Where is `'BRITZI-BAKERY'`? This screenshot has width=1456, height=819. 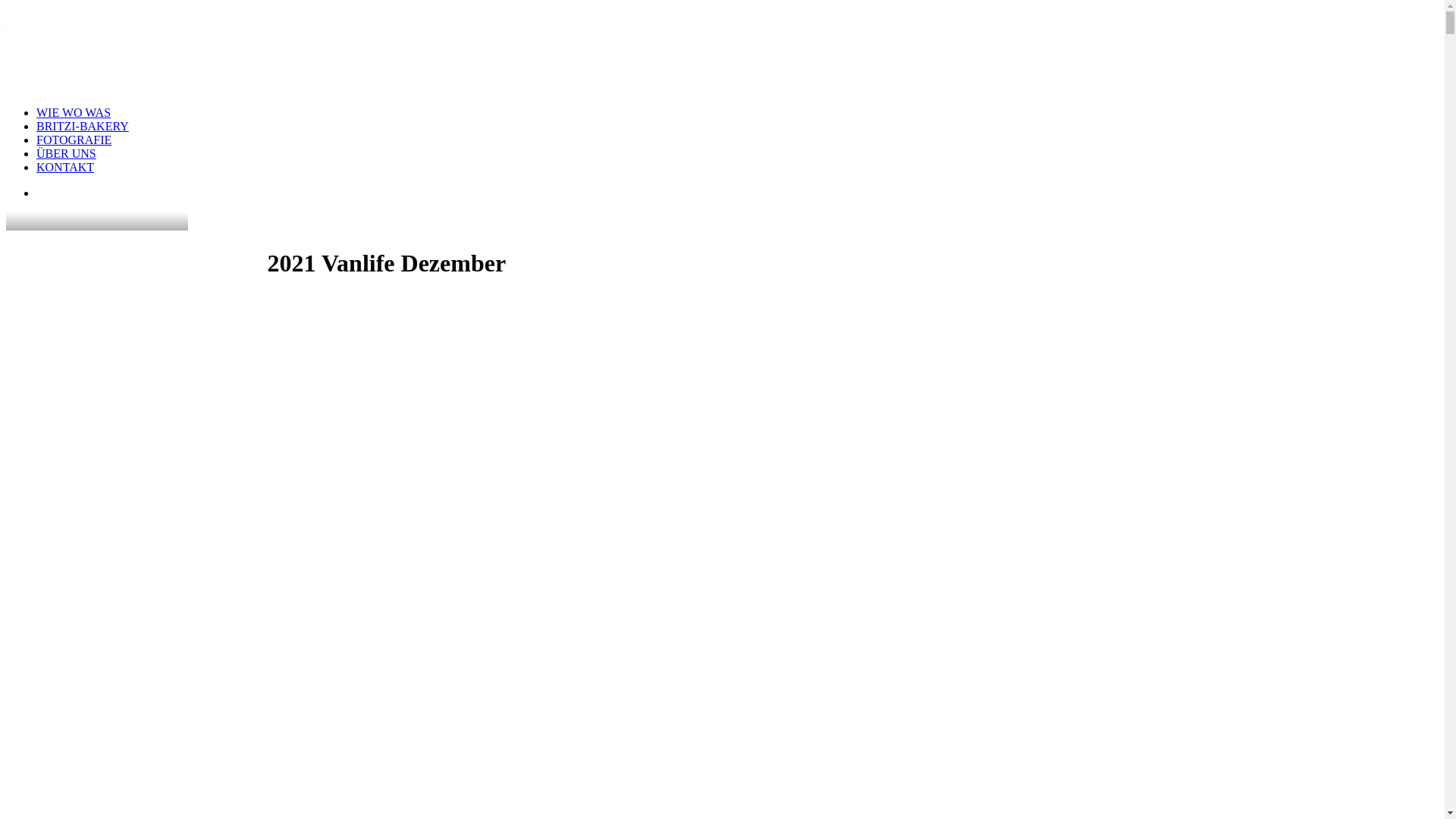
'BRITZI-BAKERY' is located at coordinates (36, 125).